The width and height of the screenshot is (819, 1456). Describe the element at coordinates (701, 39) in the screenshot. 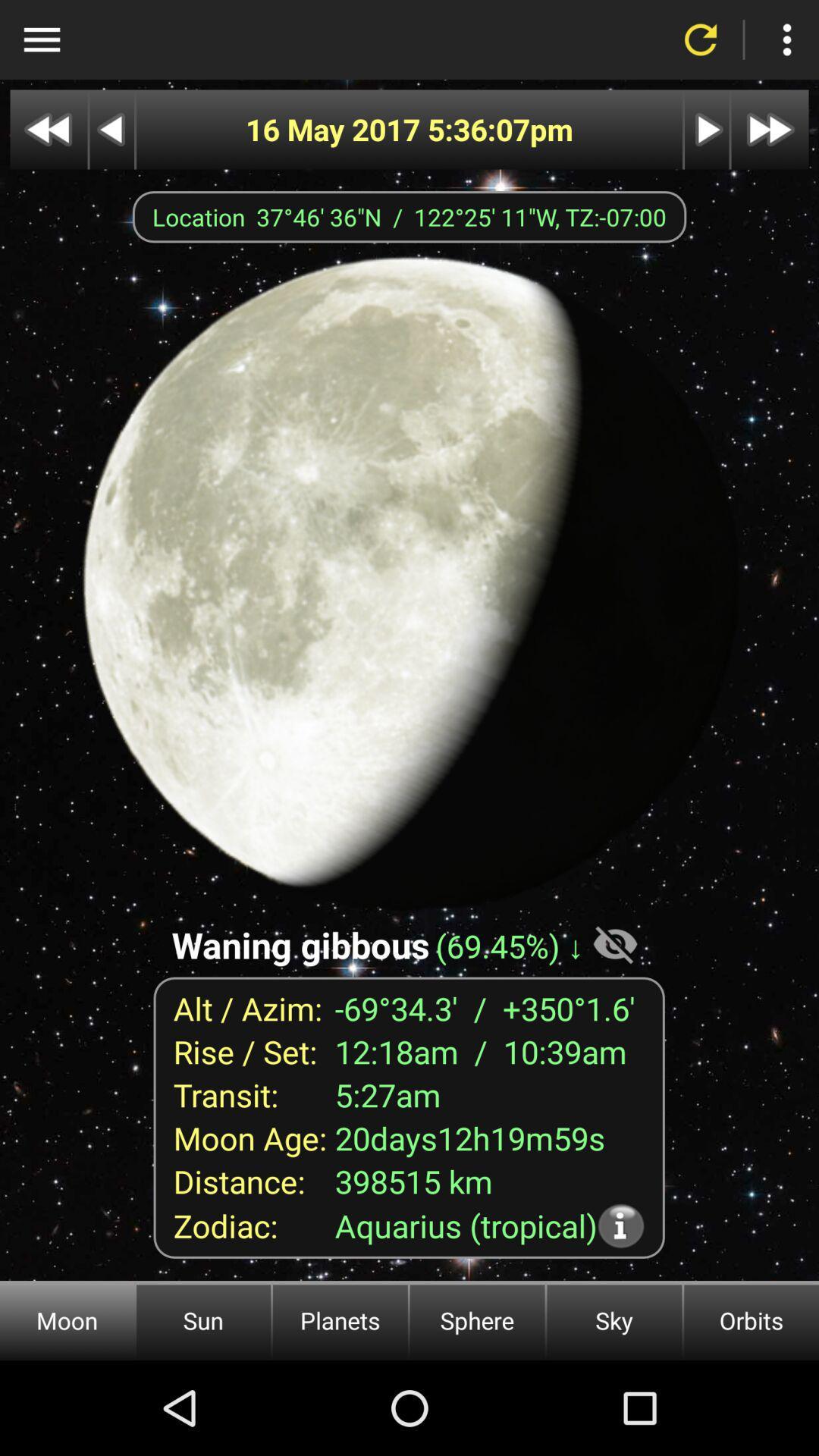

I see `the refresh icon` at that location.